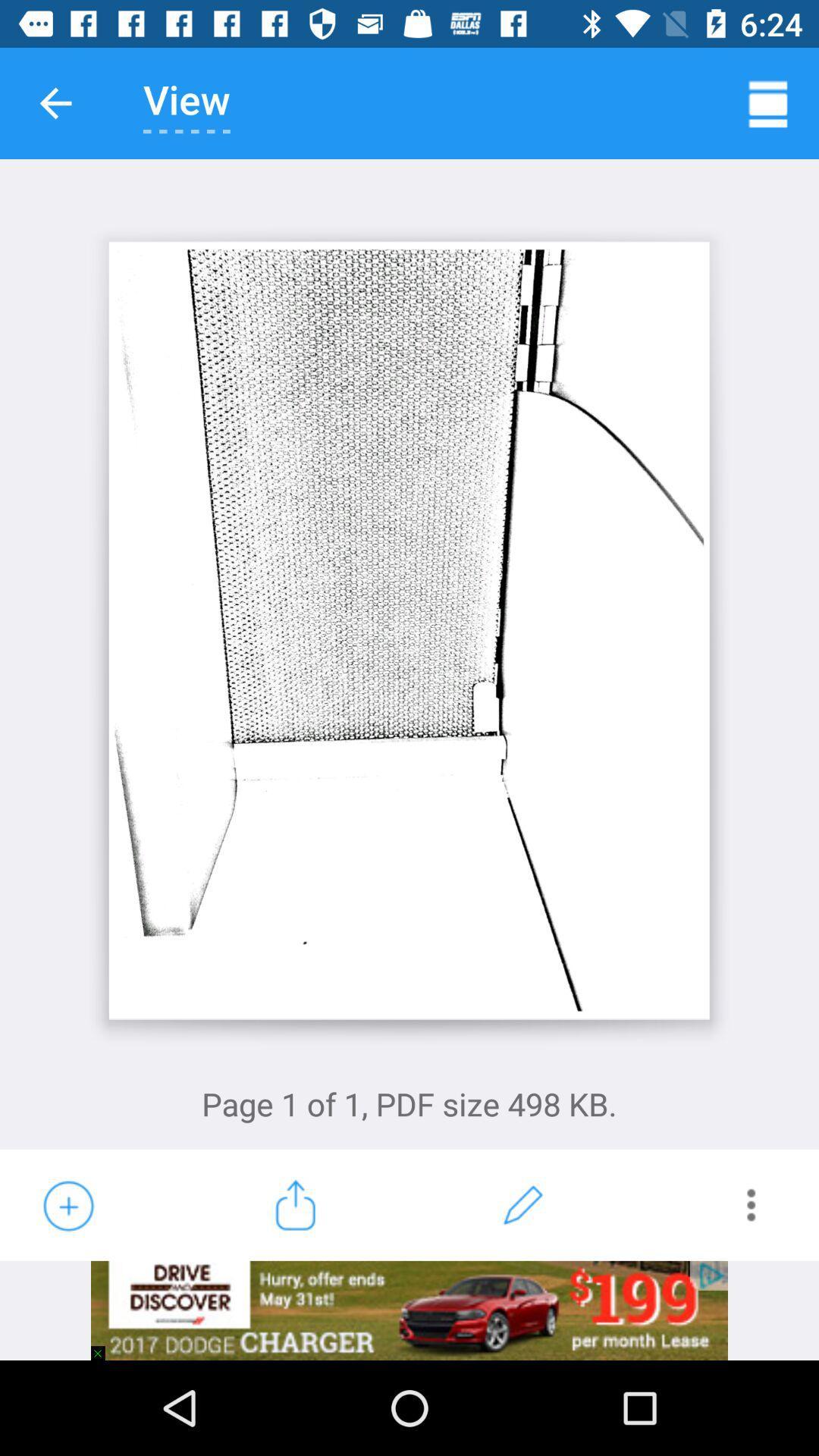 The image size is (819, 1456). Describe the element at coordinates (295, 1204) in the screenshot. I see `the launch icon` at that location.